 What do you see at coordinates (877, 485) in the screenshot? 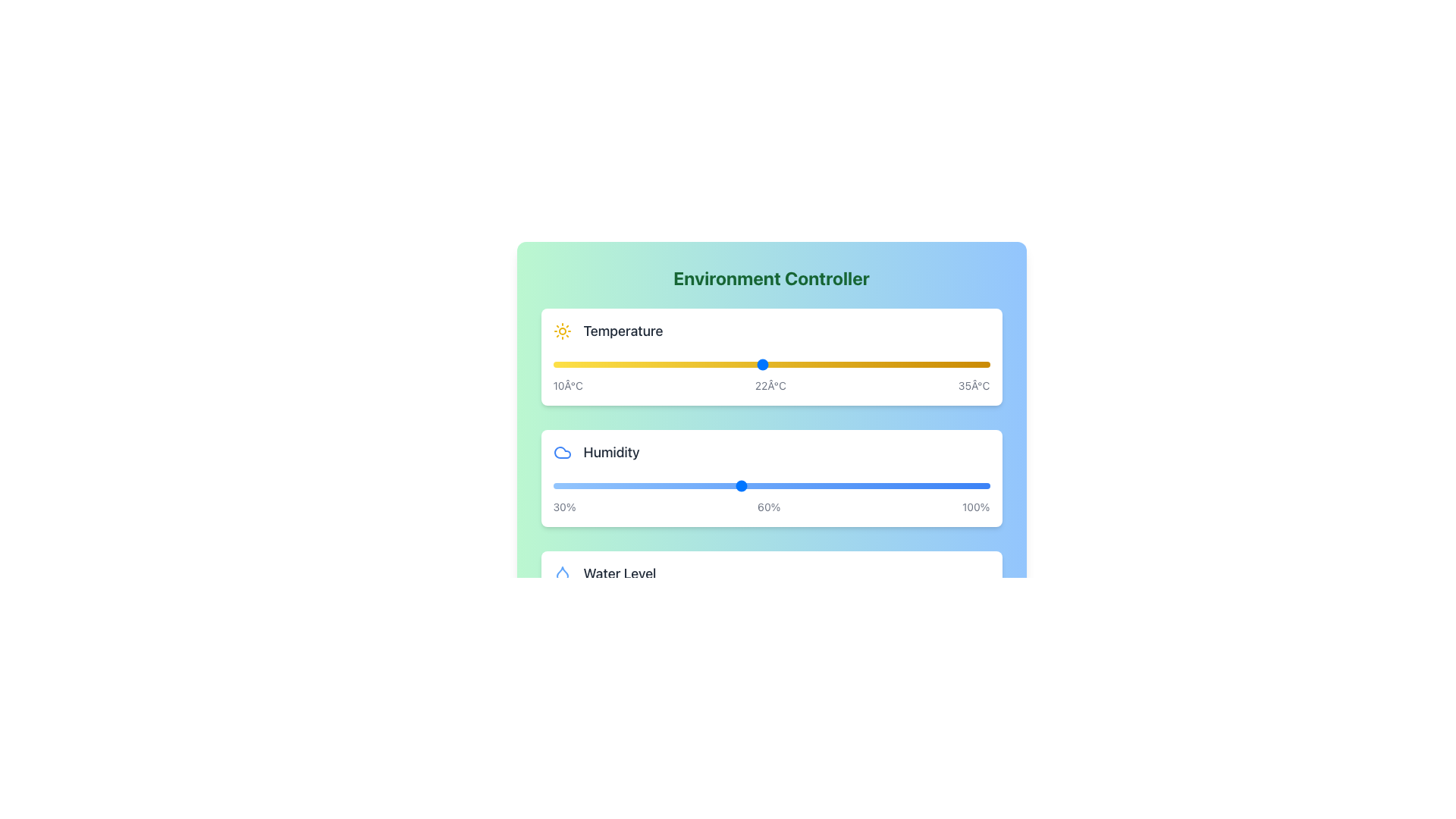
I see `humidity` at bounding box center [877, 485].